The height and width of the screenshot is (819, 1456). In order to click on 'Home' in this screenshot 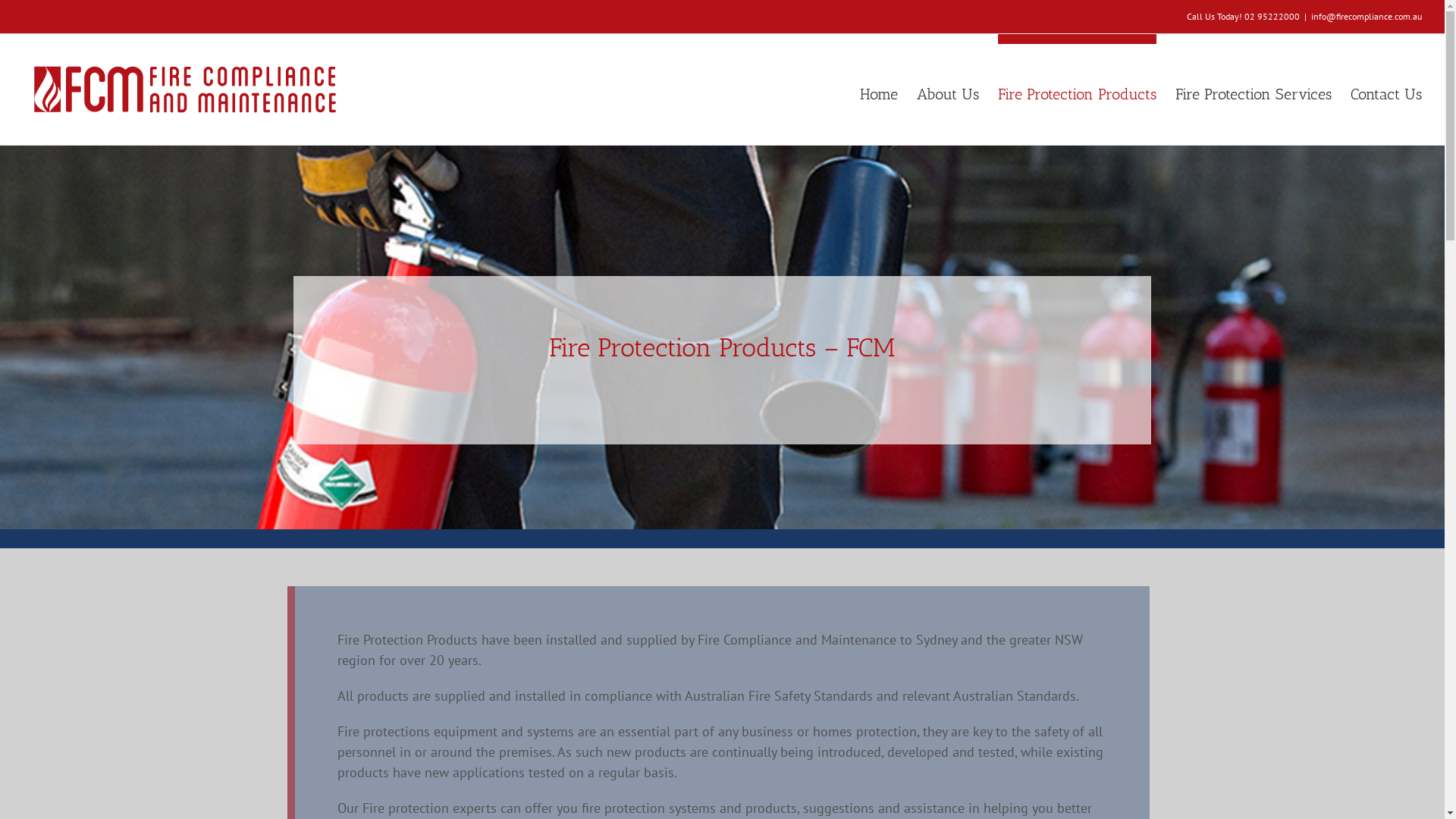, I will do `click(878, 89)`.